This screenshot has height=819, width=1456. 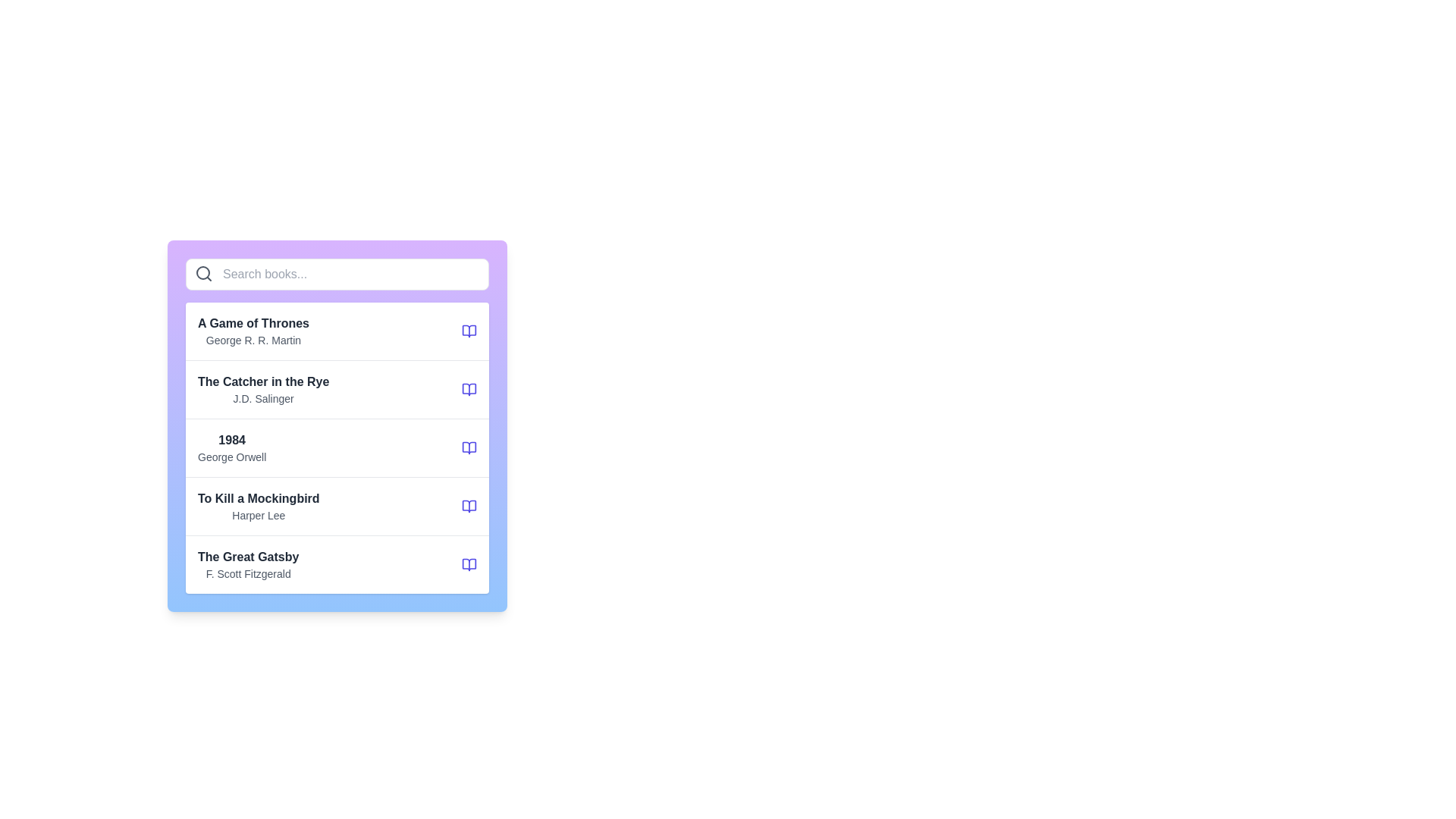 I want to click on the title text of the book entry in the fourth row of the list, which displays 'Harper Lee' below it, so click(x=259, y=499).